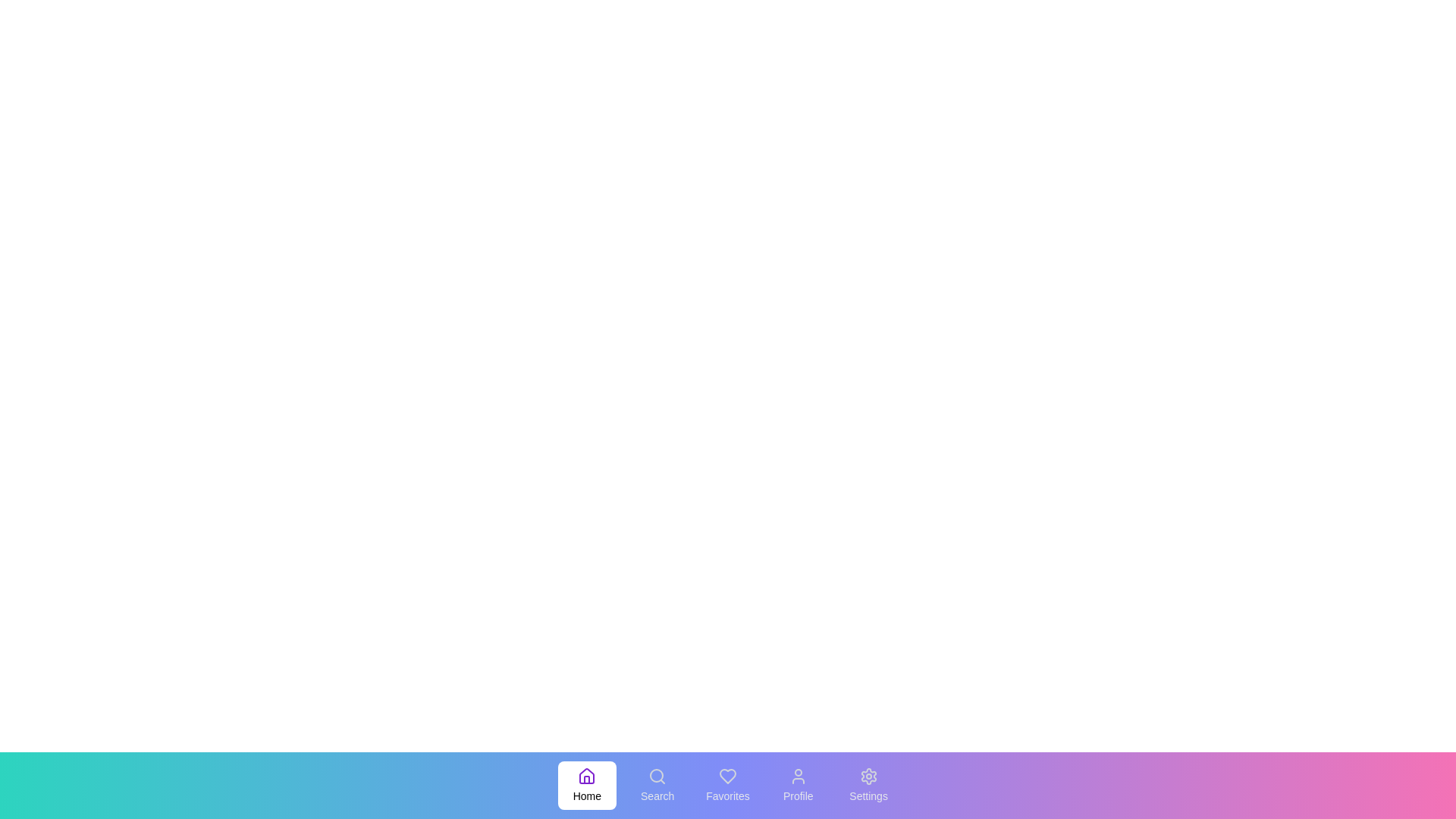  I want to click on the menu item Home by clicking on it, so click(586, 785).